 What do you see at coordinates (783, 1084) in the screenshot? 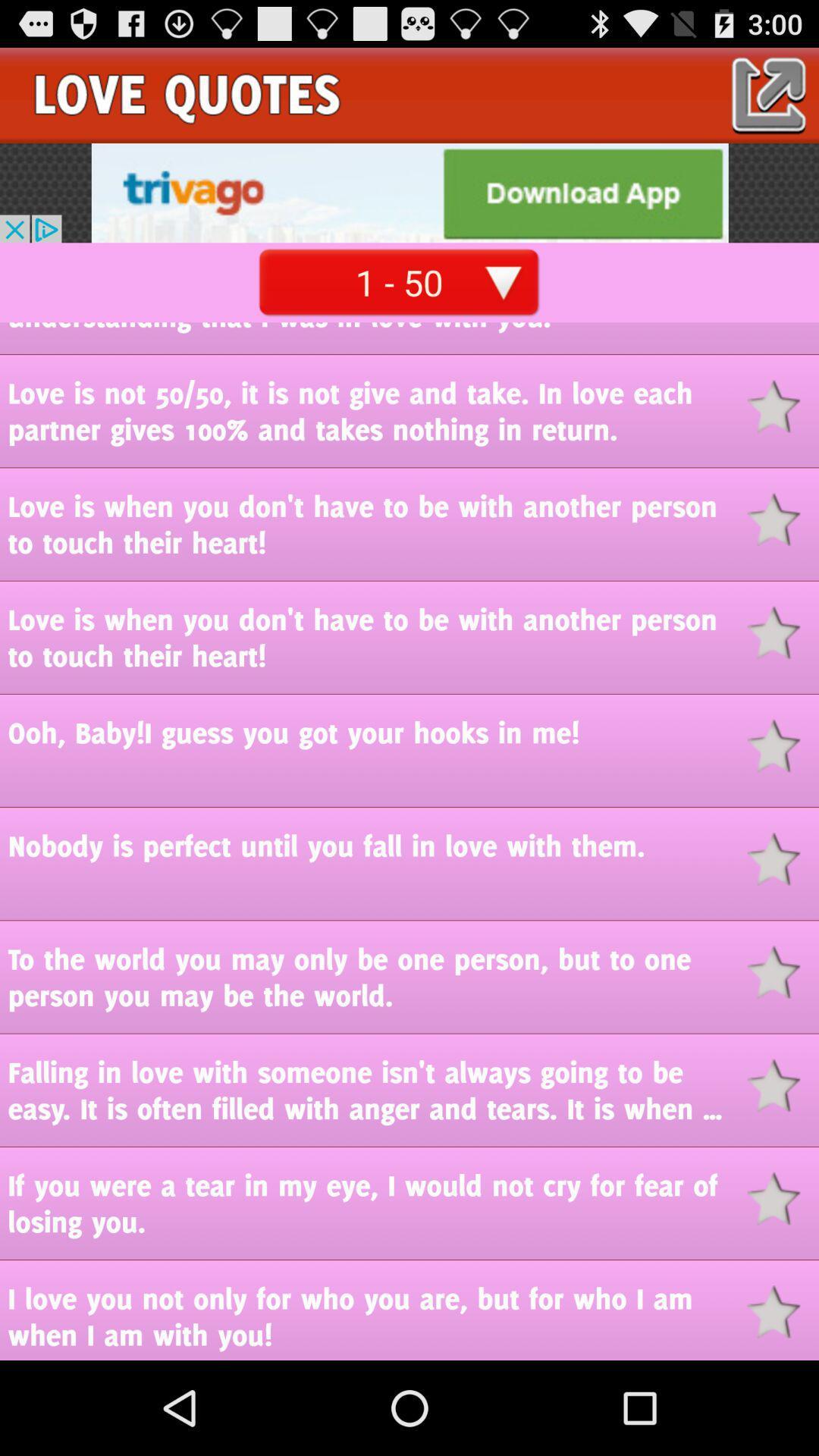
I see `choose the selected story` at bounding box center [783, 1084].